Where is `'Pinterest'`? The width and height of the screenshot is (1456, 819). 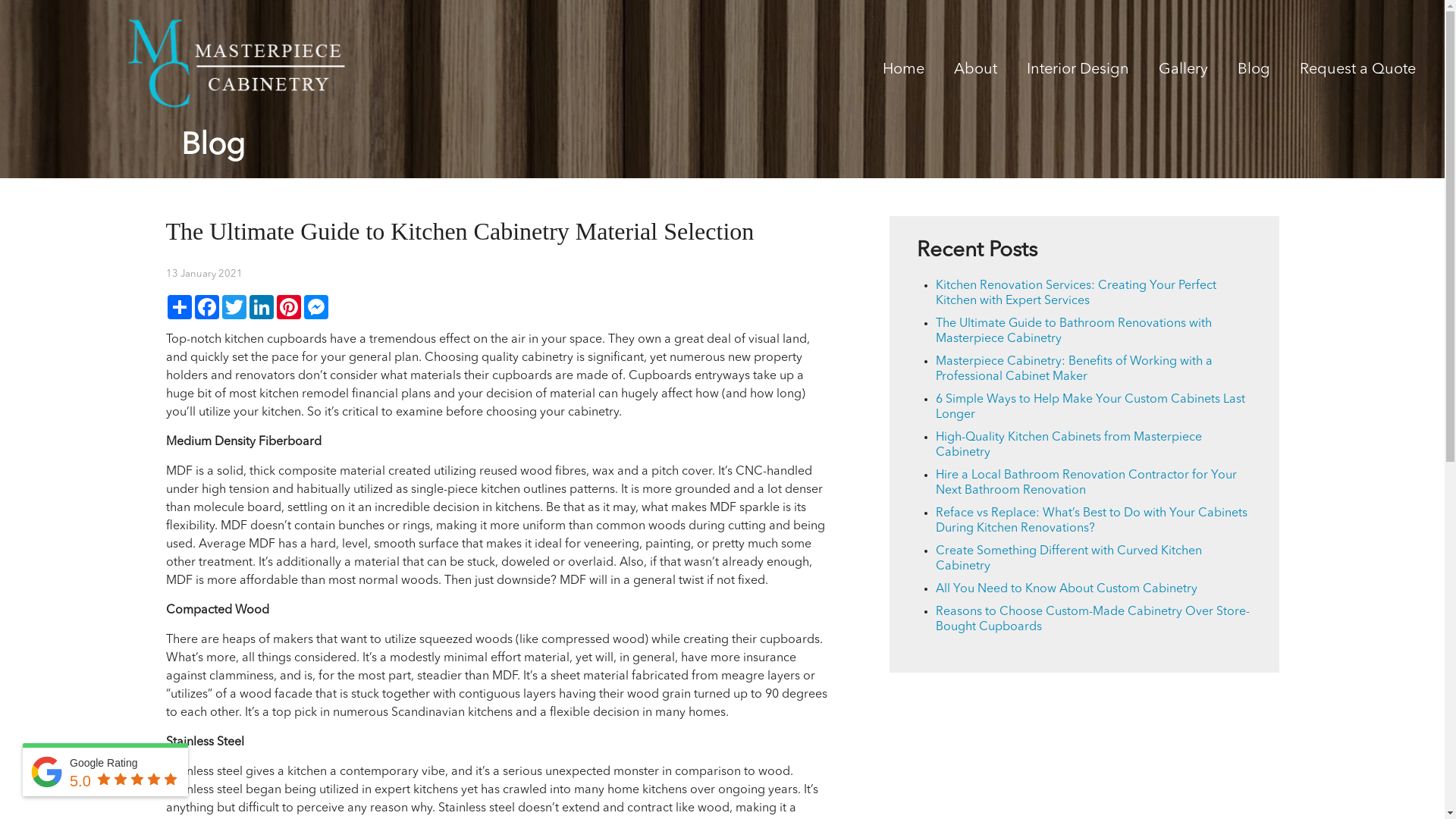
'Pinterest' is located at coordinates (287, 307).